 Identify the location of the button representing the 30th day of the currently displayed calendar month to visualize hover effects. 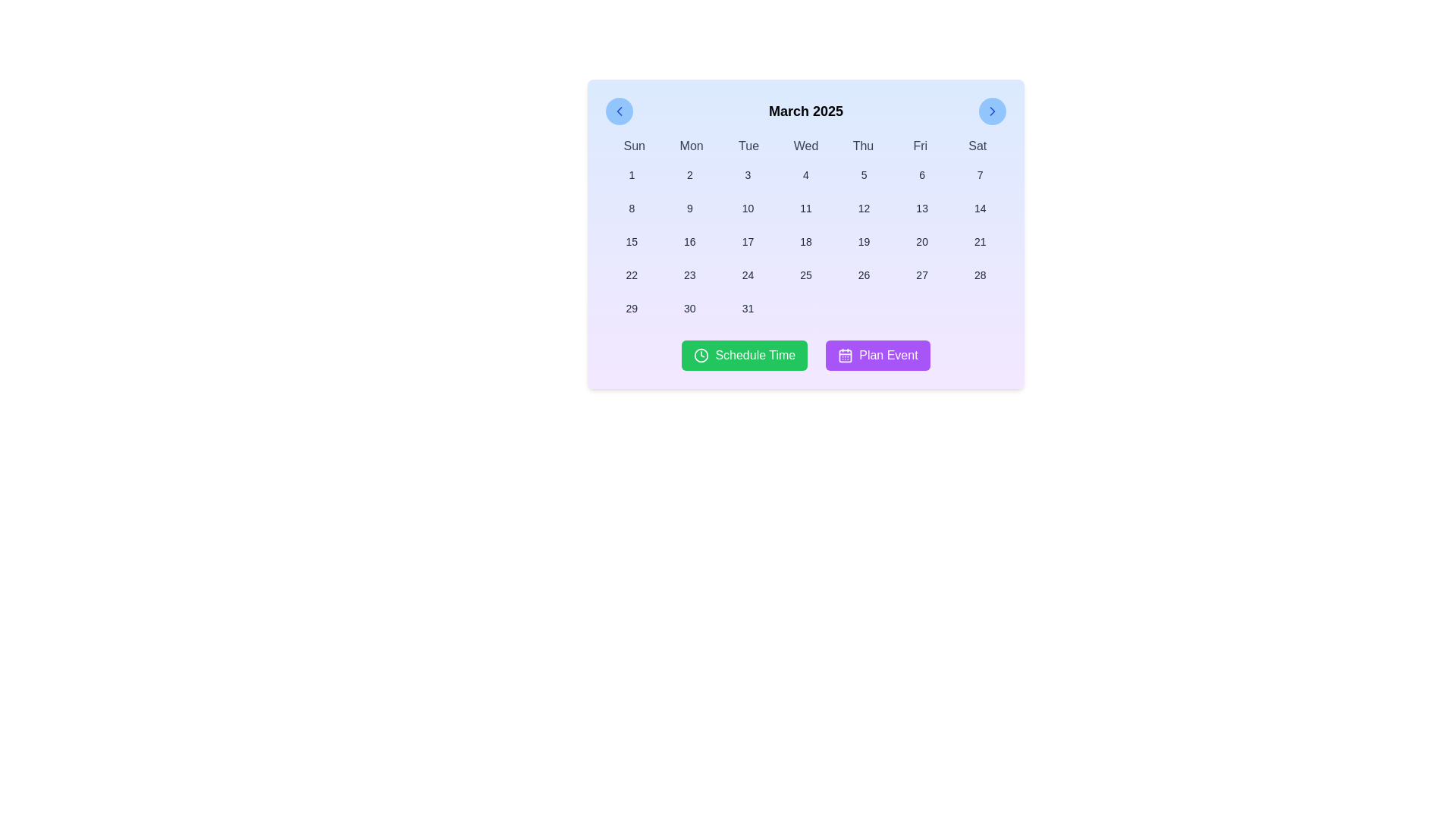
(689, 308).